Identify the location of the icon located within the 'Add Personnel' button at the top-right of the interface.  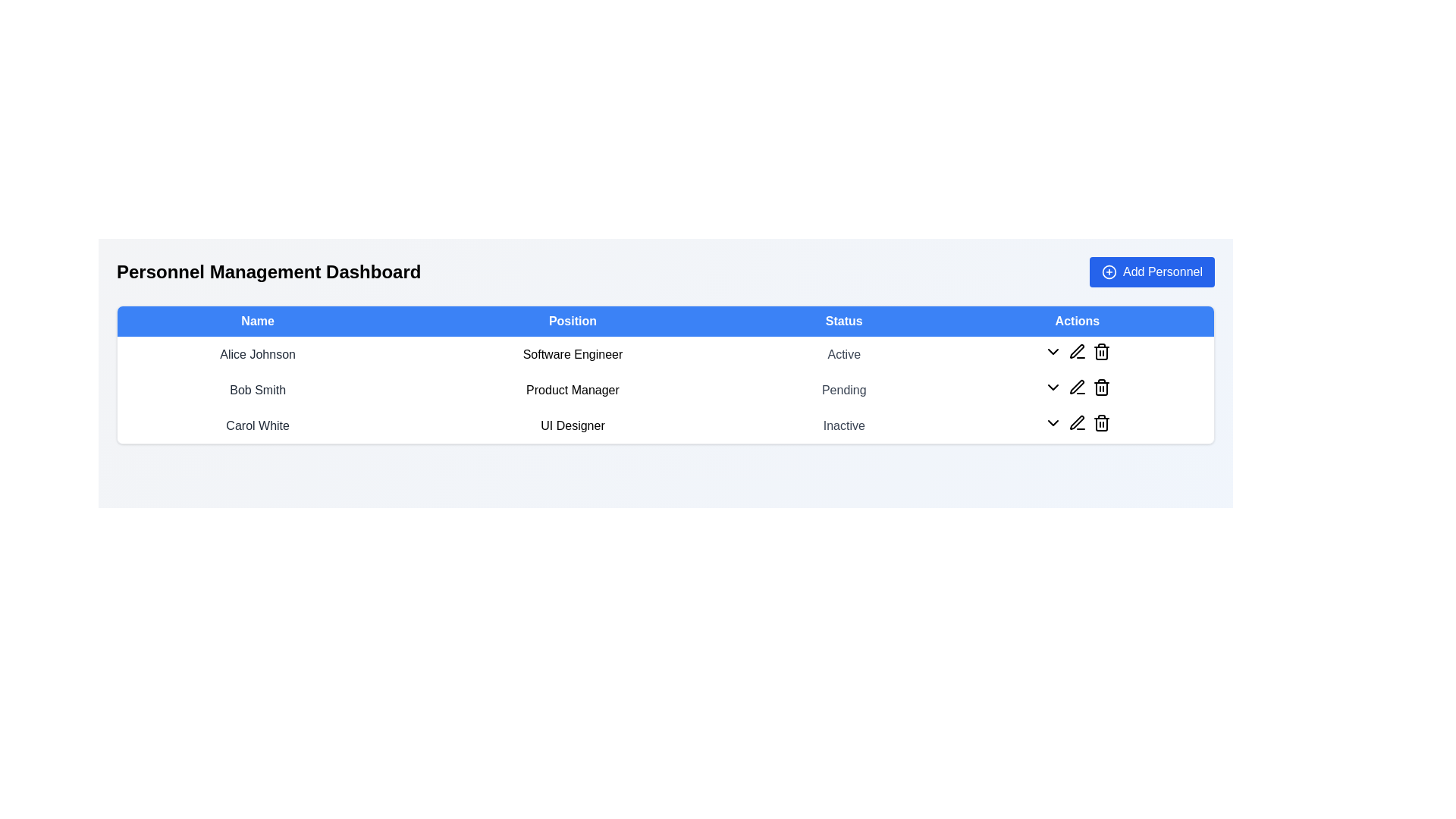
(1109, 271).